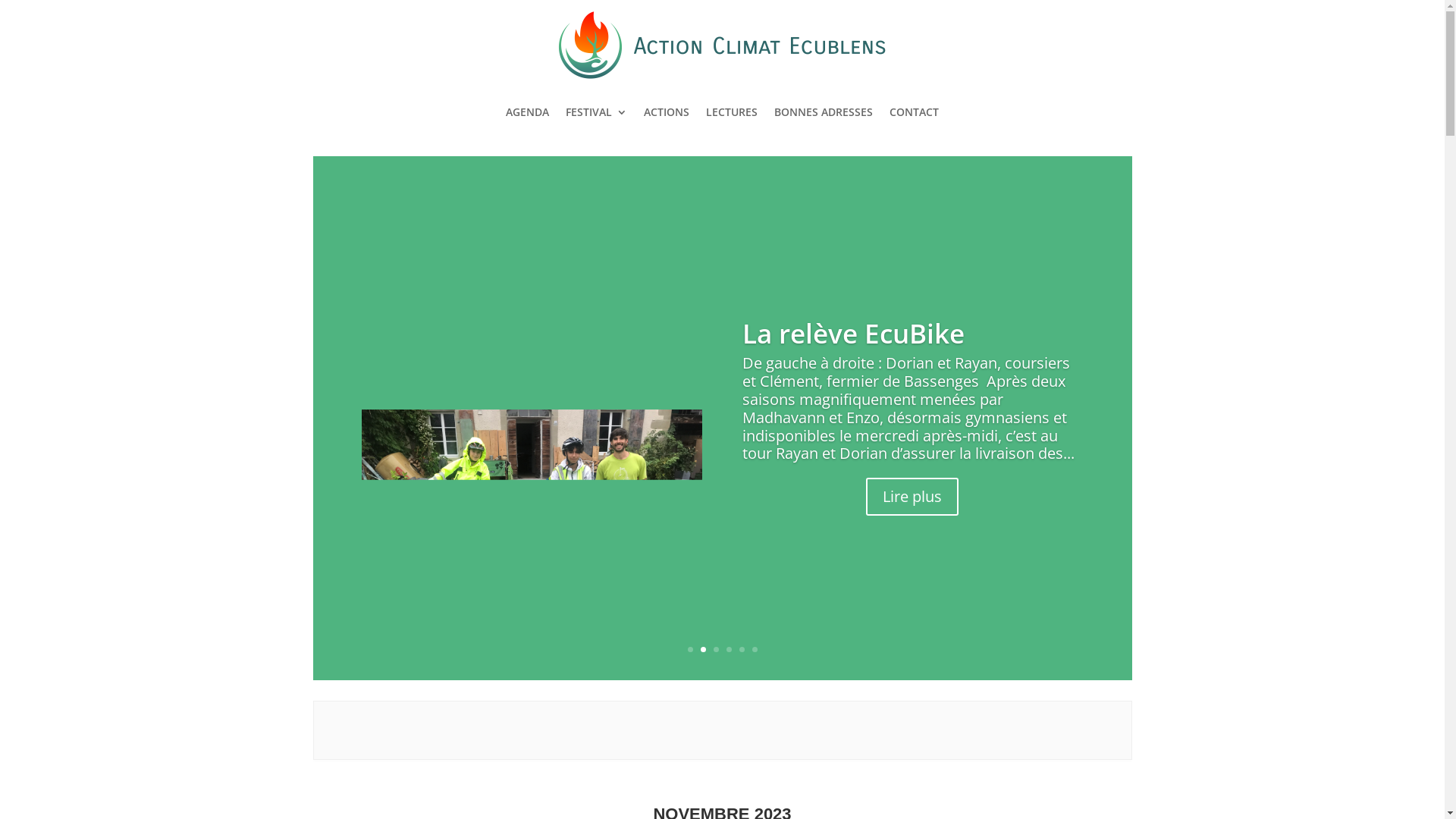 The height and width of the screenshot is (819, 1456). Describe the element at coordinates (752, 648) in the screenshot. I see `'6'` at that location.